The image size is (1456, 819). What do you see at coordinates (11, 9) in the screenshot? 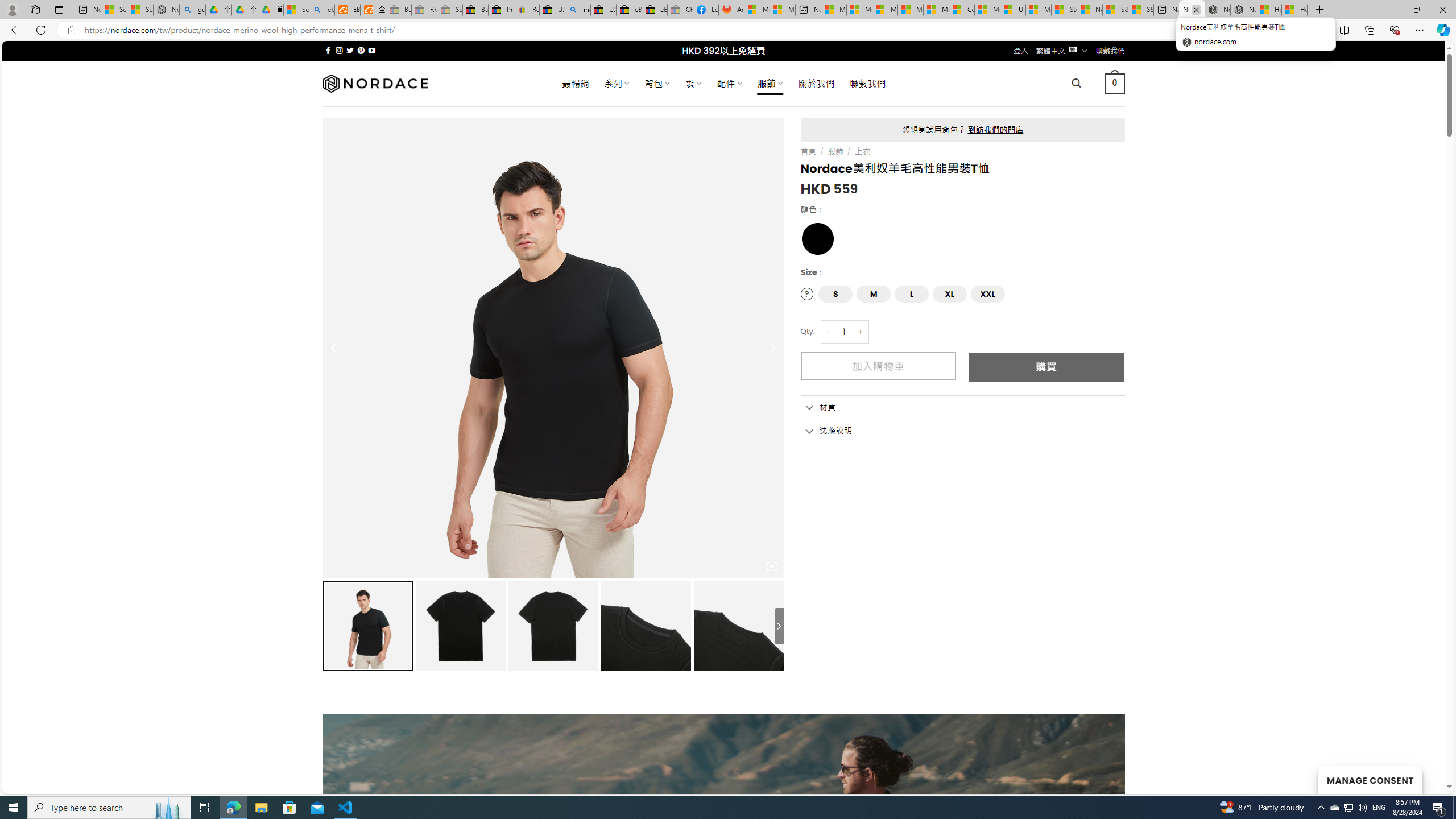
I see `'Personal Profile'` at bounding box center [11, 9].